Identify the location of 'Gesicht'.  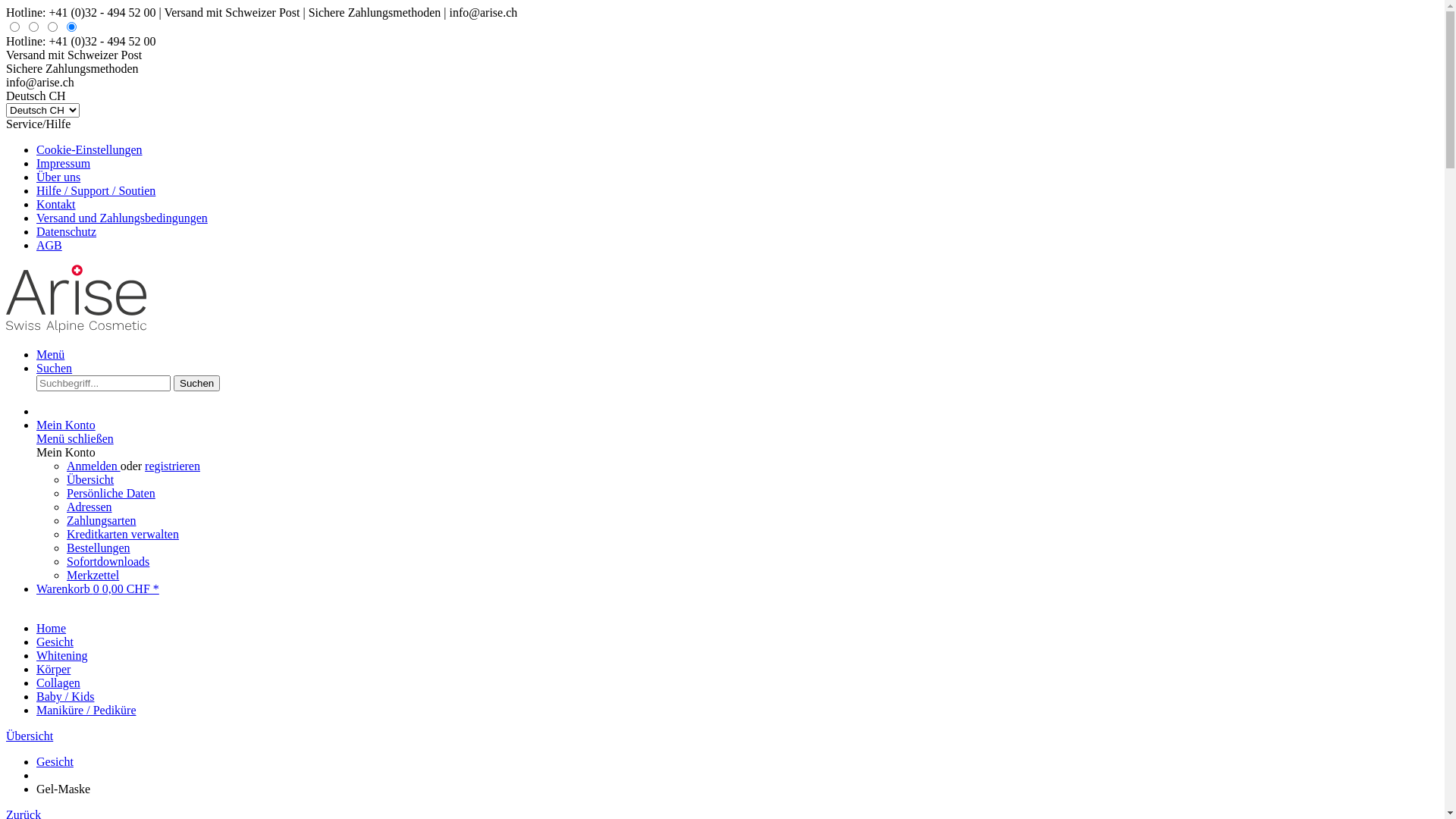
(55, 642).